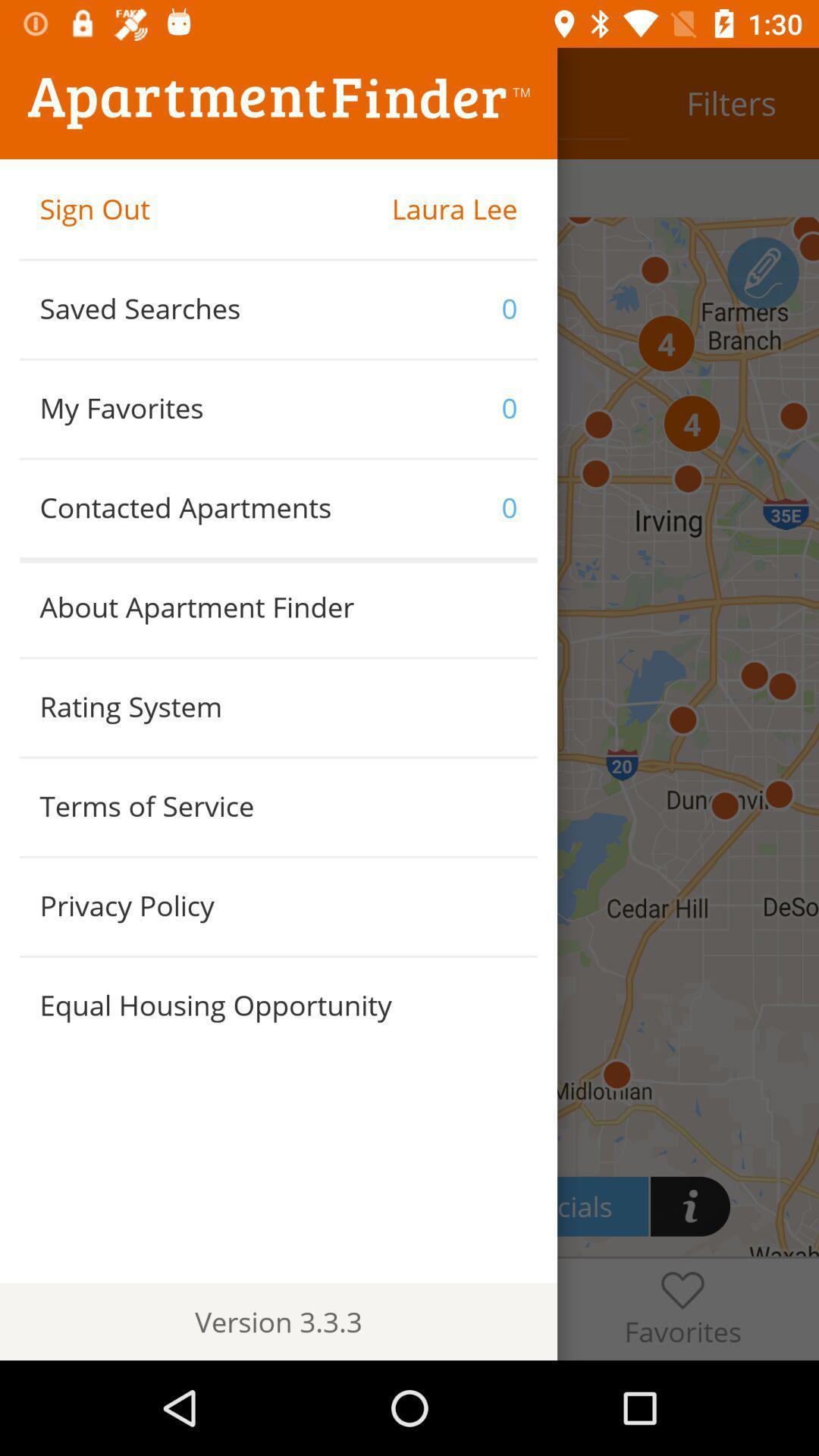 The height and width of the screenshot is (1456, 819). I want to click on the edit icon, so click(763, 273).